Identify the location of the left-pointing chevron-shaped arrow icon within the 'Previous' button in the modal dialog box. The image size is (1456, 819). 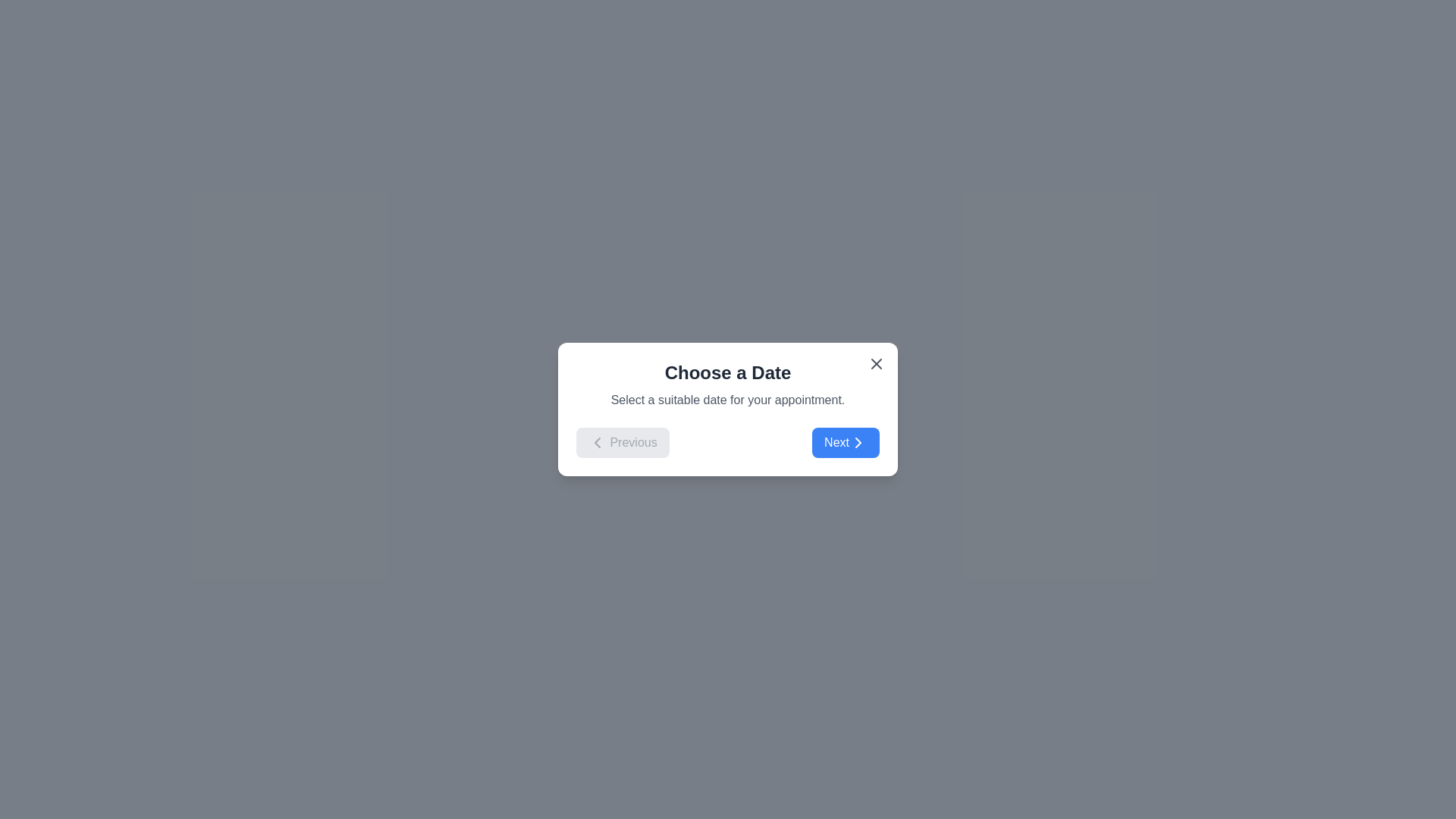
(596, 442).